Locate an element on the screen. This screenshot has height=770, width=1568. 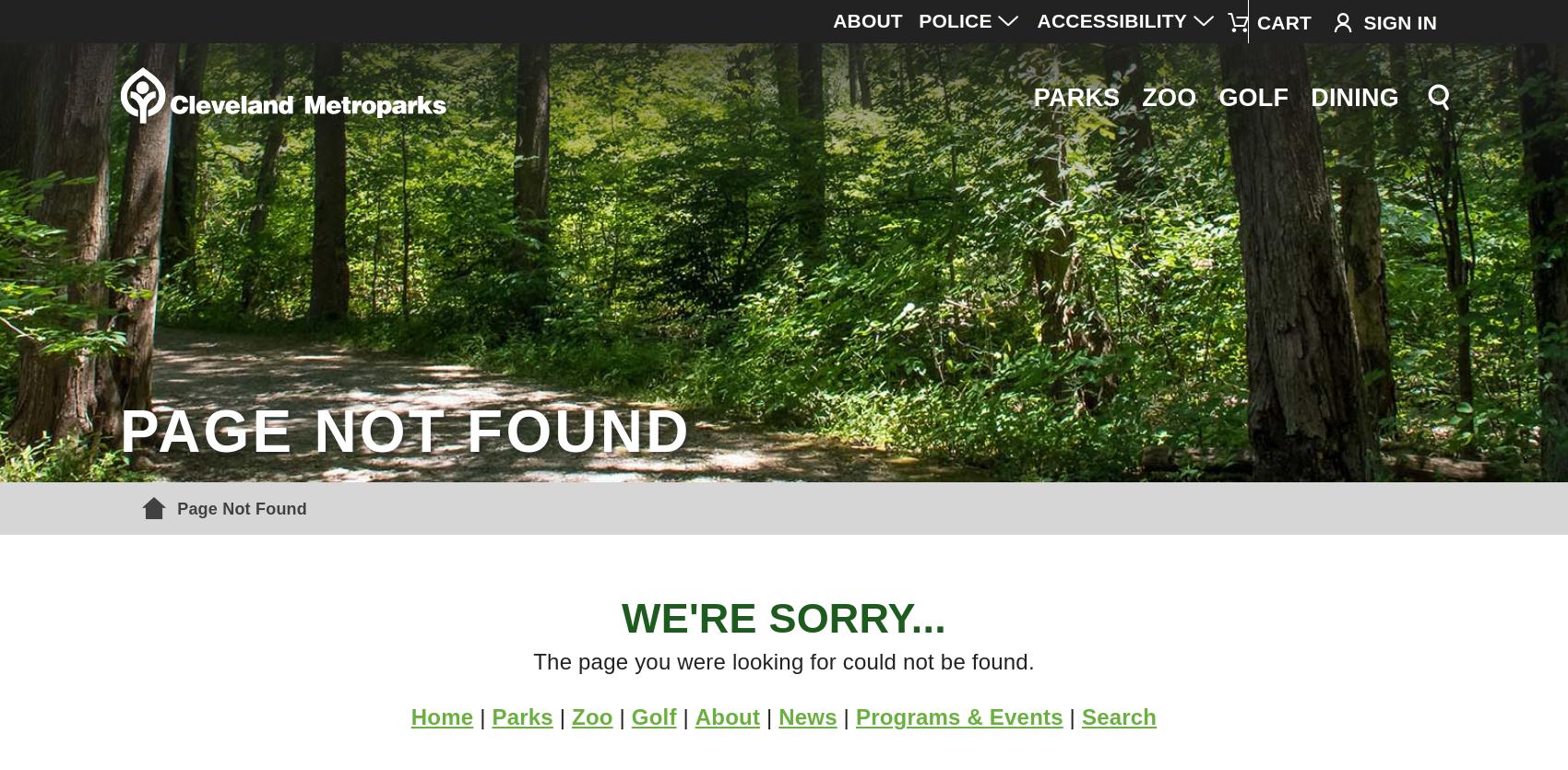
'About' is located at coordinates (693, 716).